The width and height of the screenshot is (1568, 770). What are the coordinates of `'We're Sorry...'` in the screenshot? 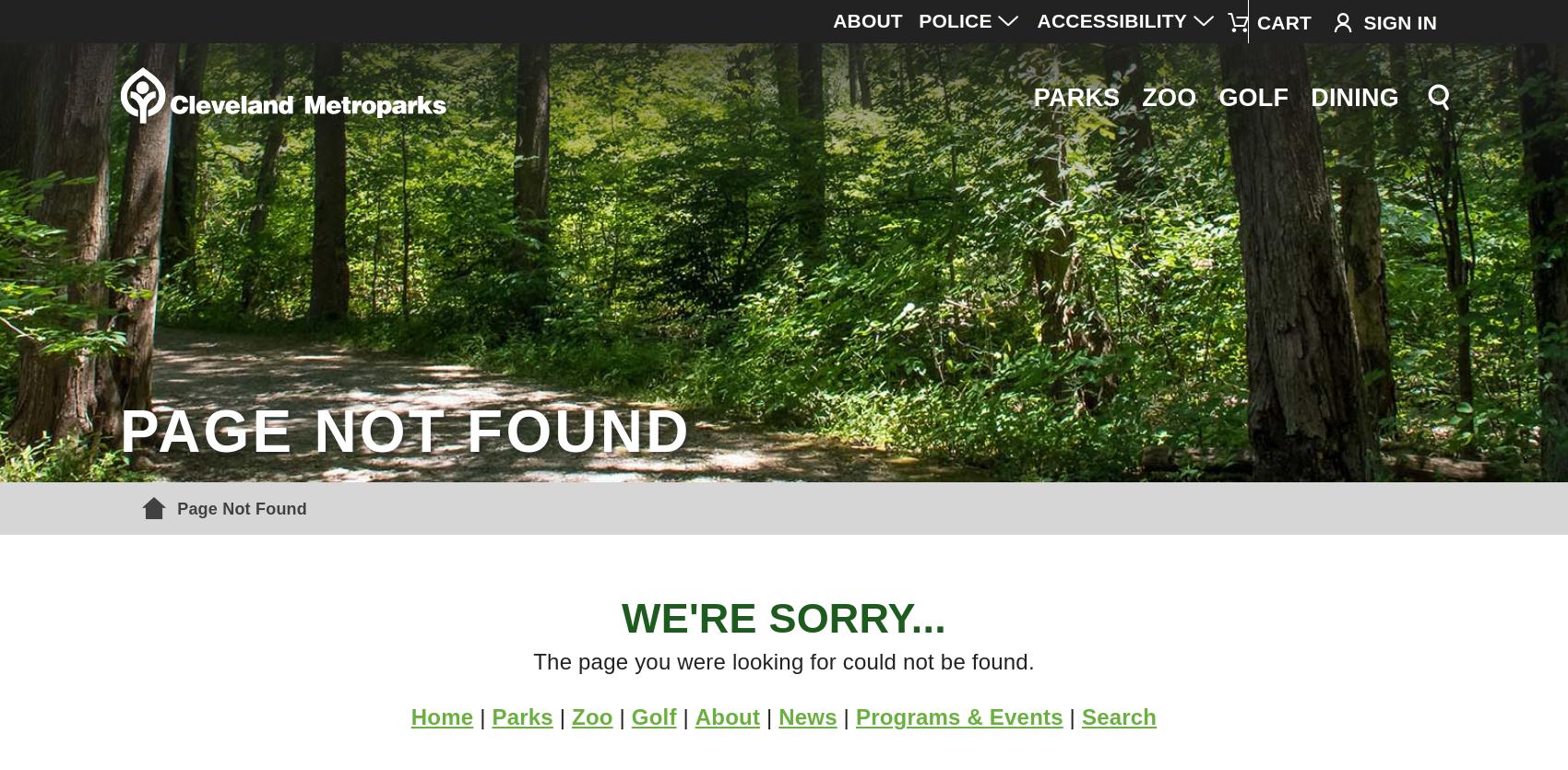 It's located at (782, 617).